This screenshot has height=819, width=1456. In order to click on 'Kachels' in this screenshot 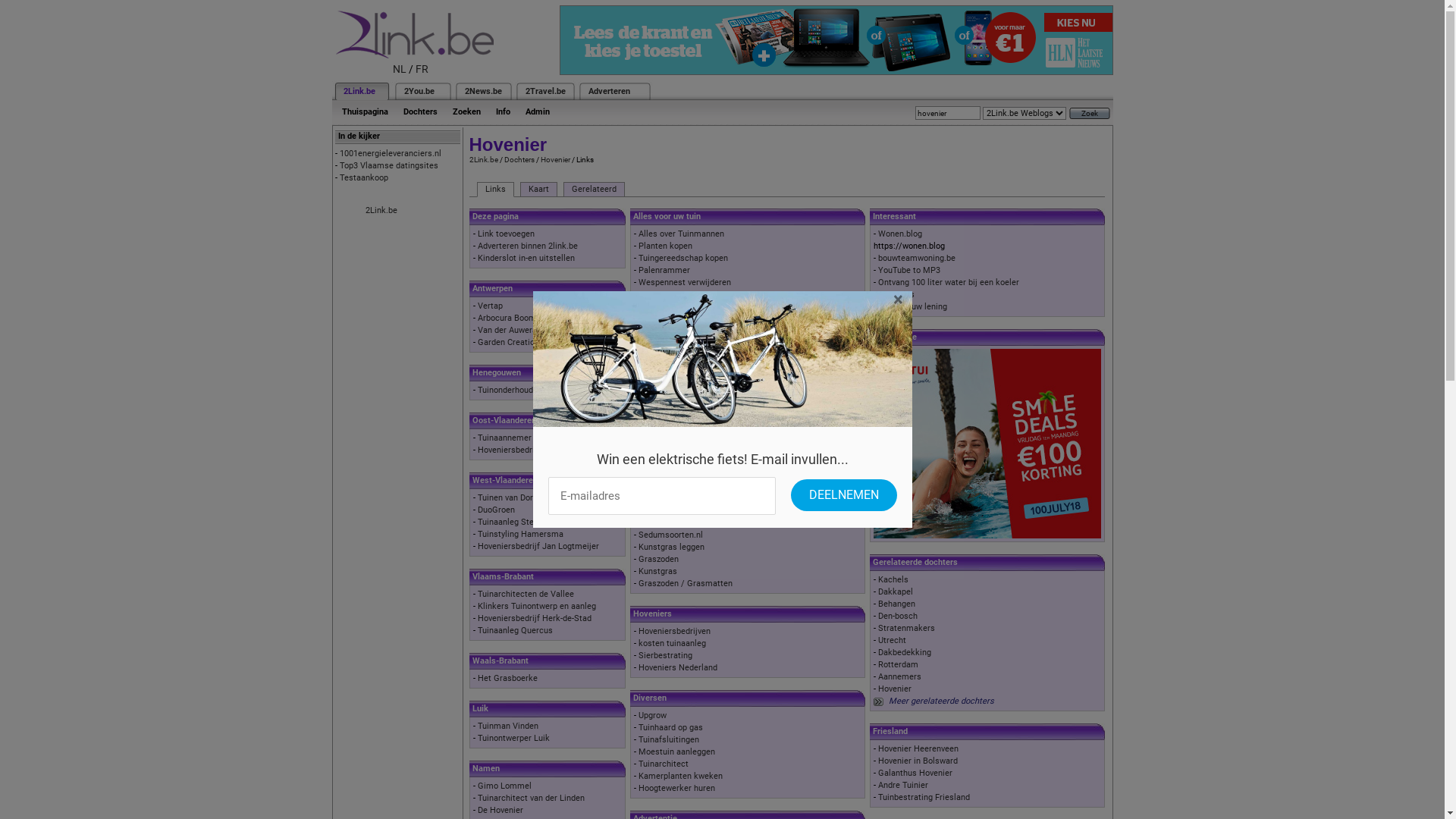, I will do `click(893, 579)`.